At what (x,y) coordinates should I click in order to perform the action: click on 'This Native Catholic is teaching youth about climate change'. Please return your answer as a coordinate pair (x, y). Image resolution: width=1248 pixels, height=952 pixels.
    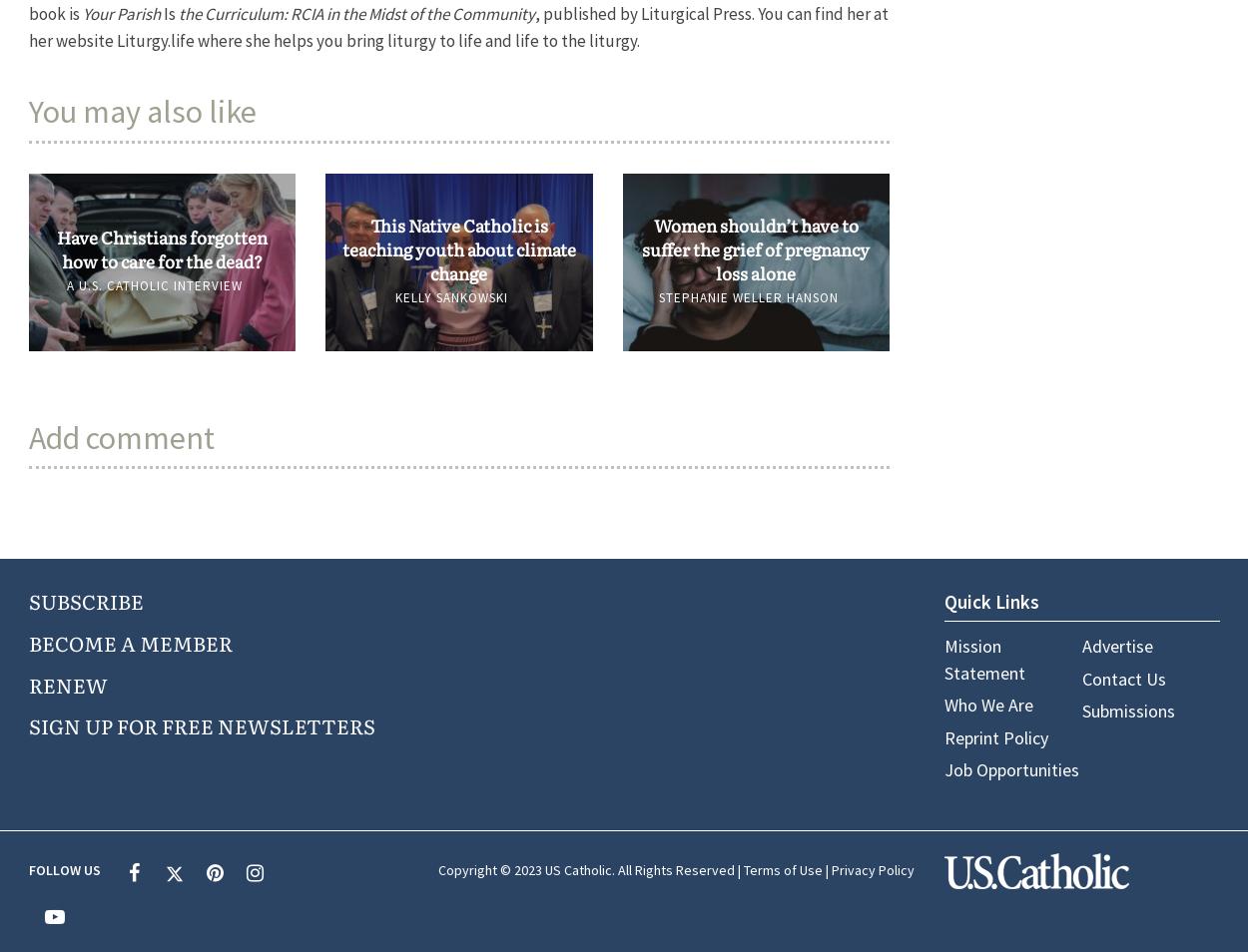
    Looking at the image, I should click on (457, 247).